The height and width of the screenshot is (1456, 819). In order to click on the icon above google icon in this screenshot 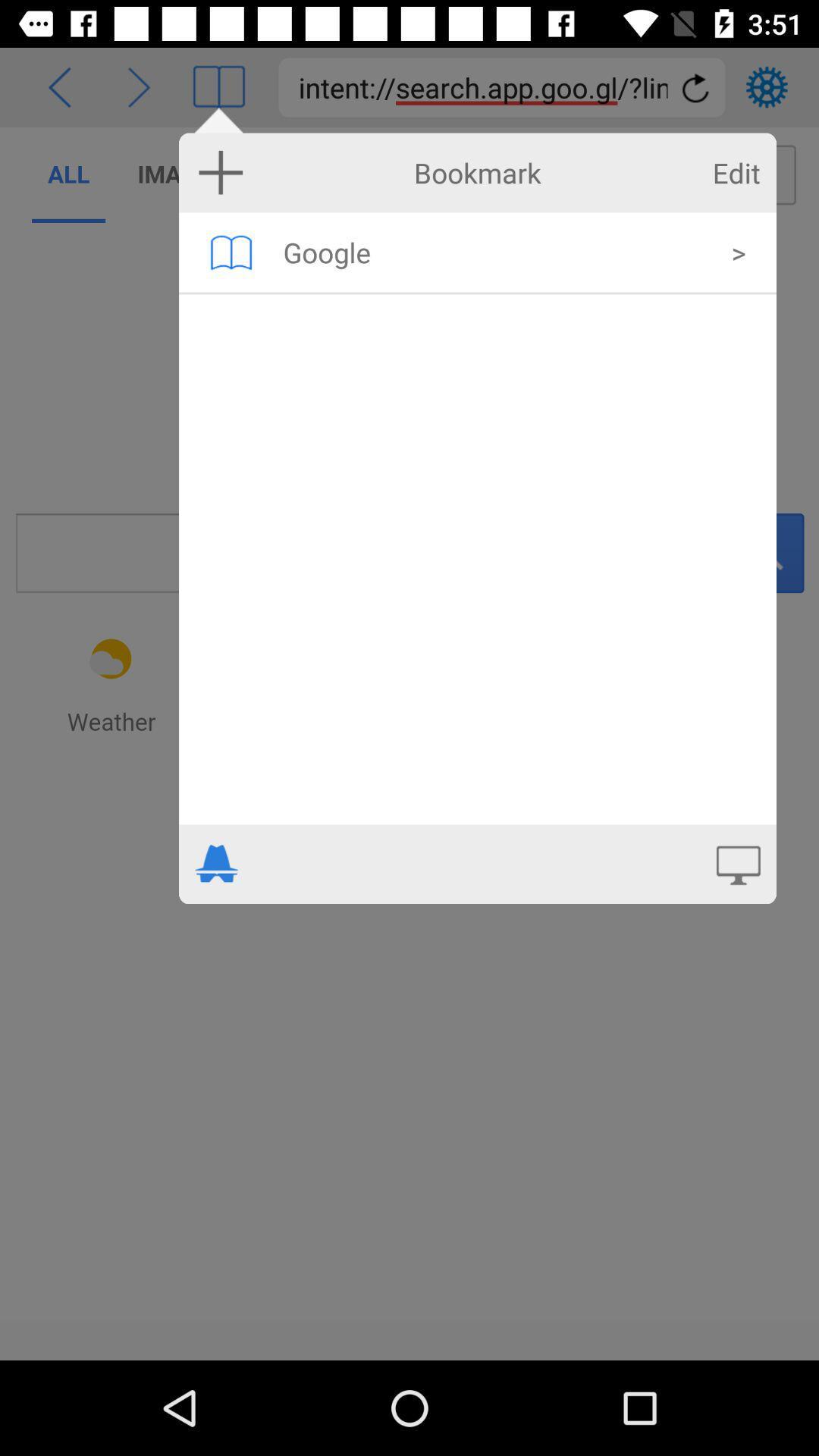, I will do `click(736, 173)`.